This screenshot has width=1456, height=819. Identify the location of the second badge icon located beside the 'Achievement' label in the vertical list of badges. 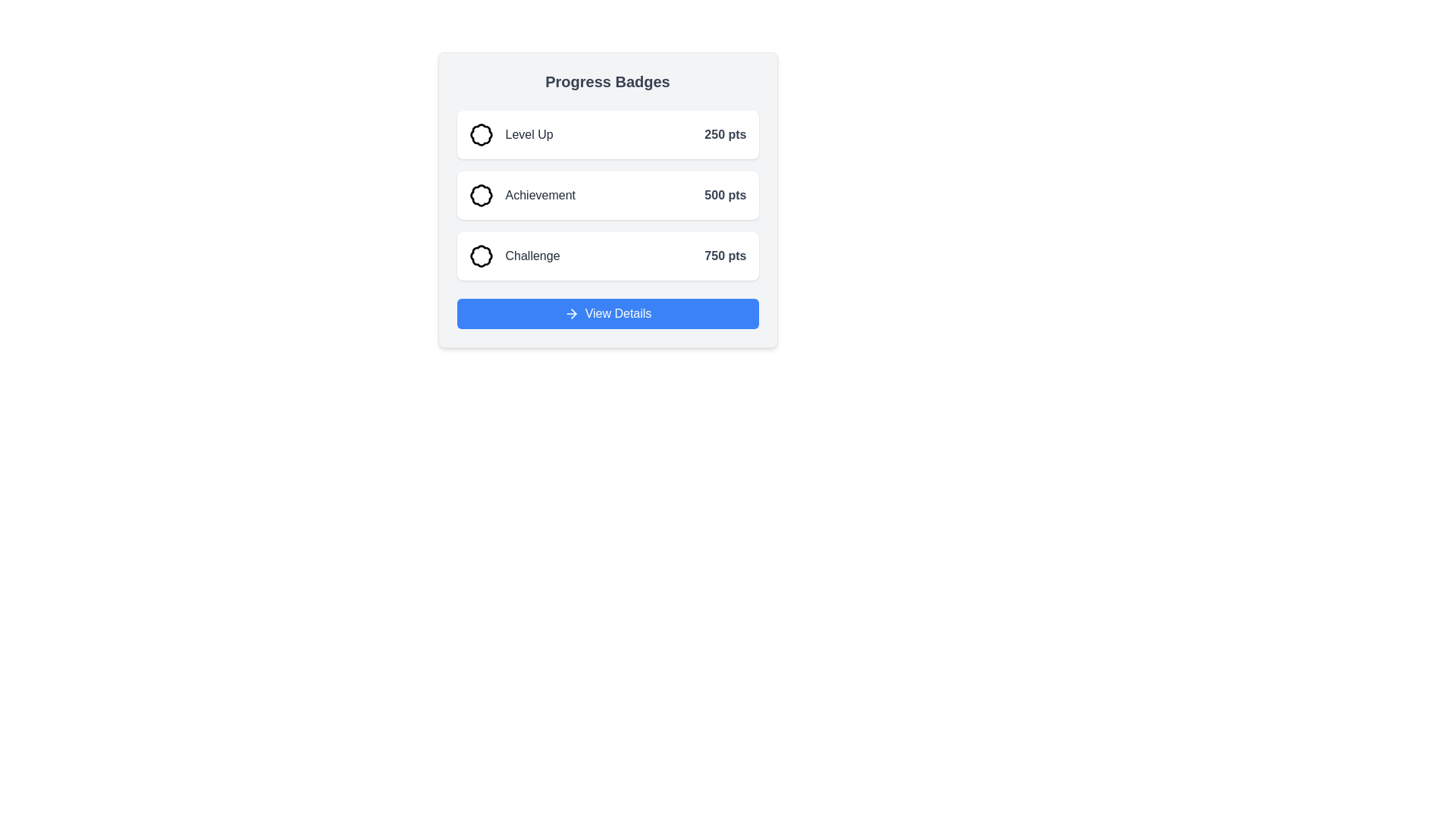
(480, 195).